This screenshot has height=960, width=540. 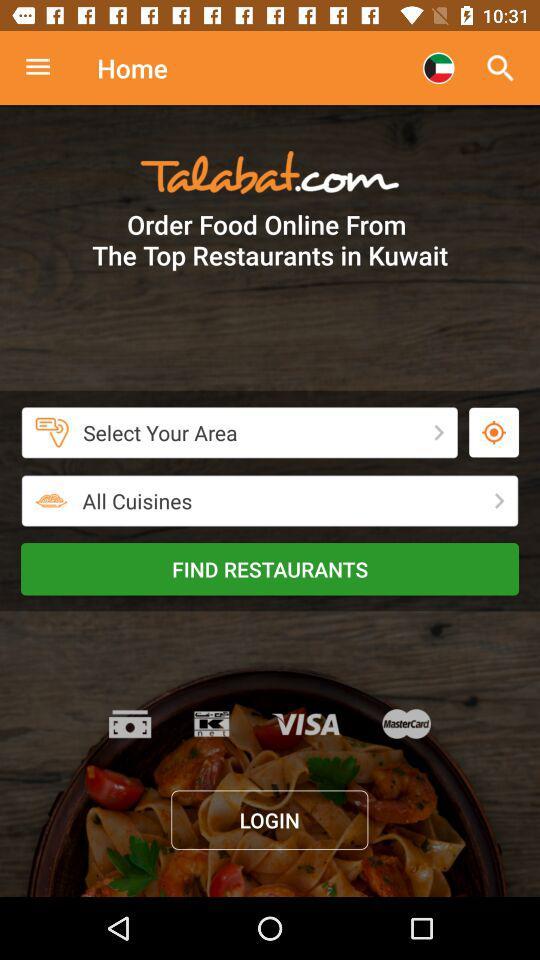 What do you see at coordinates (493, 432) in the screenshot?
I see `the button is used to select the area option` at bounding box center [493, 432].